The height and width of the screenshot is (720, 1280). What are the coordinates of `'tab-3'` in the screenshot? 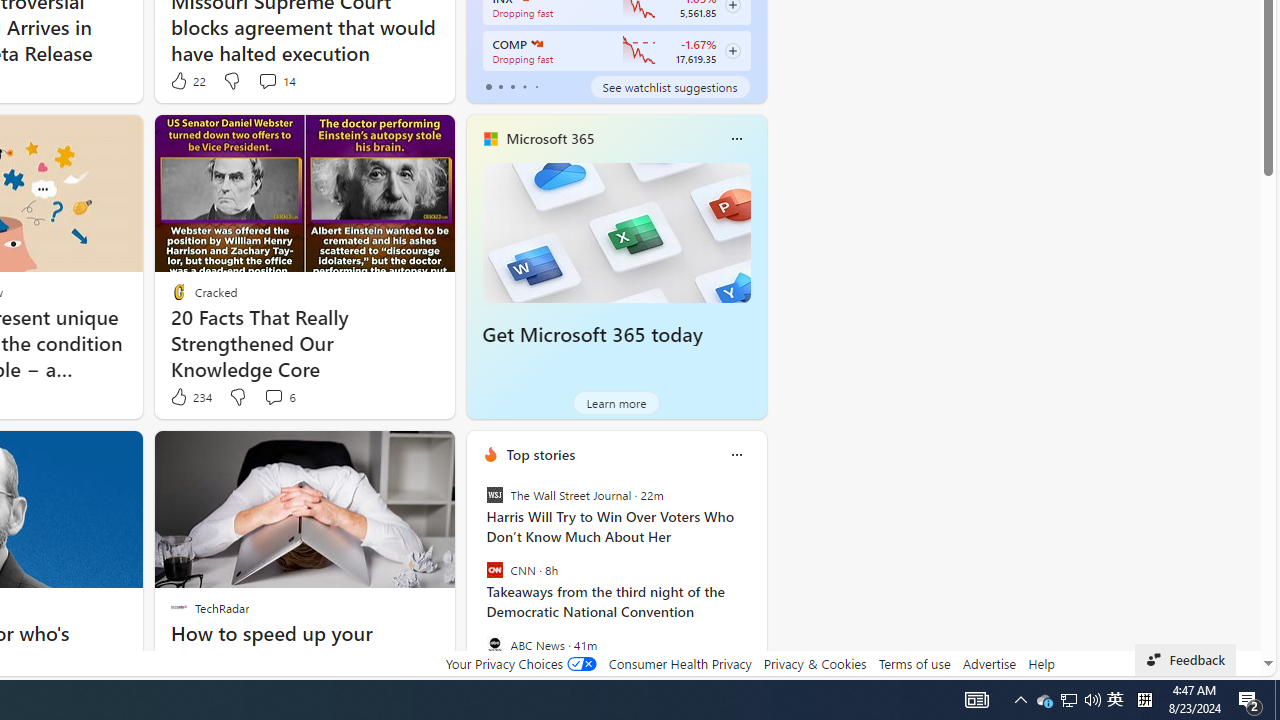 It's located at (524, 86).